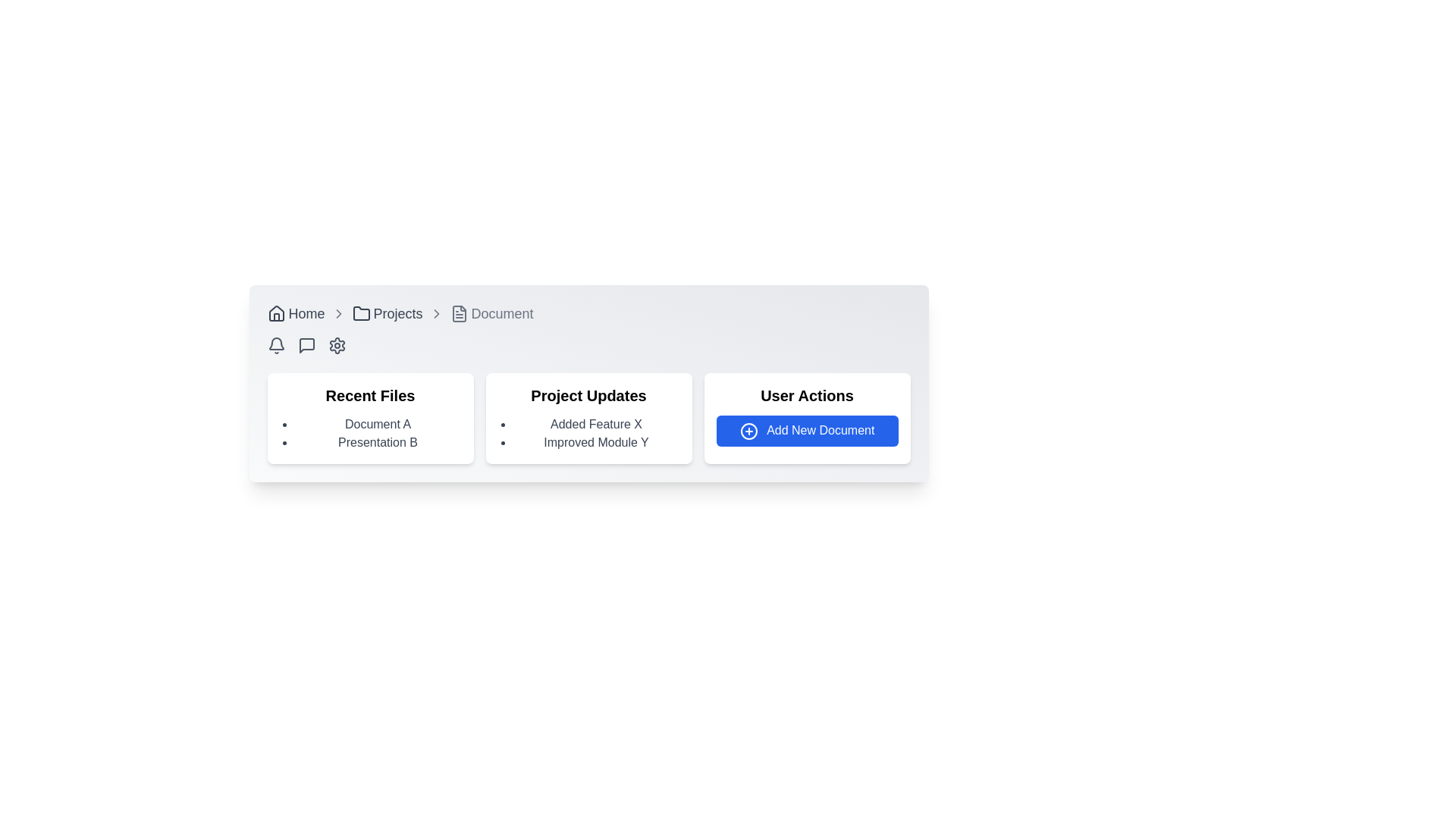  I want to click on information displayed in the text label reading 'Improved Module Y', which is the second item in the bulleted list of the 'Project Updates' section, so click(595, 442).